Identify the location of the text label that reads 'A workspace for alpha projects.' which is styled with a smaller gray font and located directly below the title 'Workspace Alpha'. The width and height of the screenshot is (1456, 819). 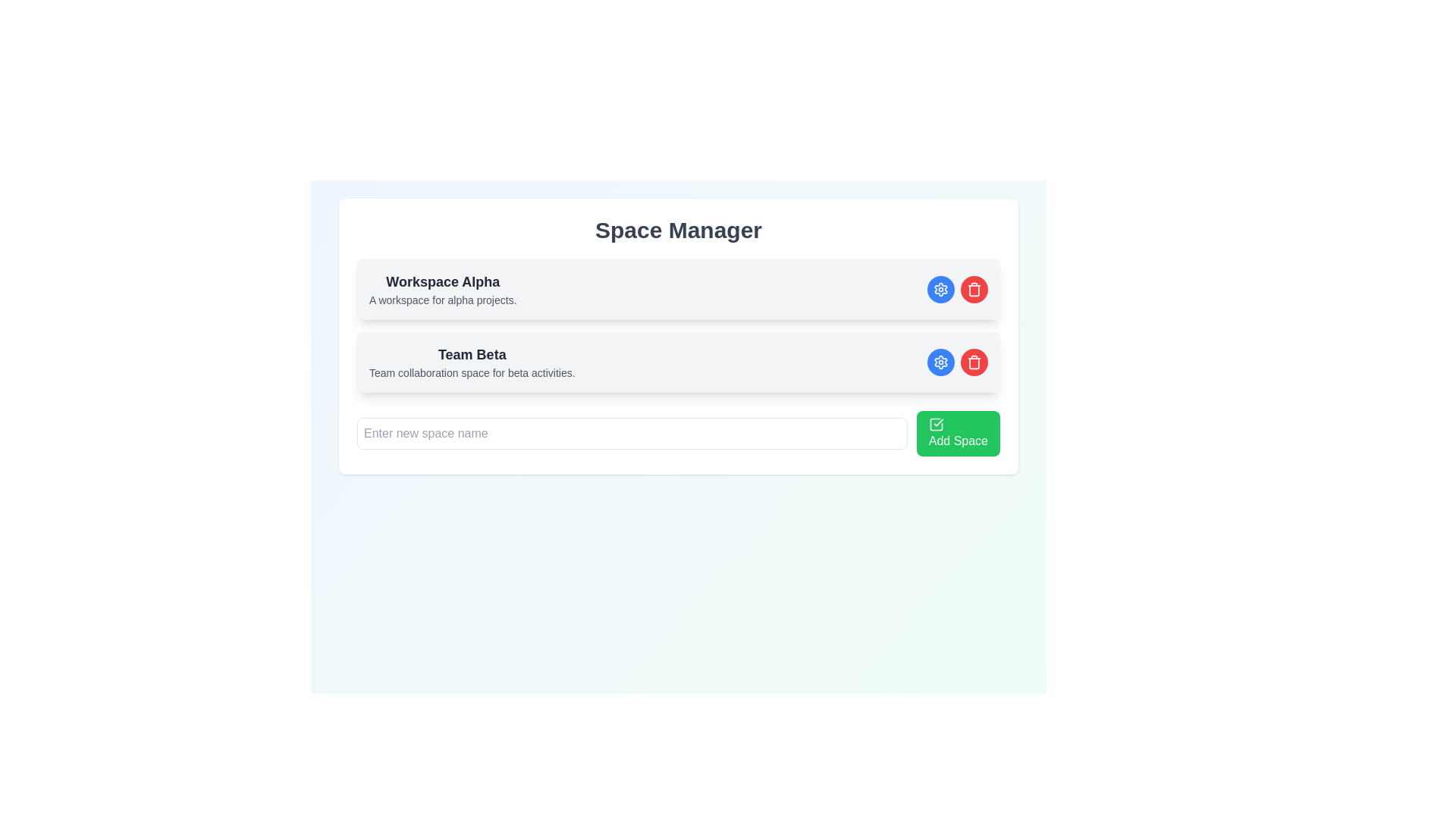
(442, 300).